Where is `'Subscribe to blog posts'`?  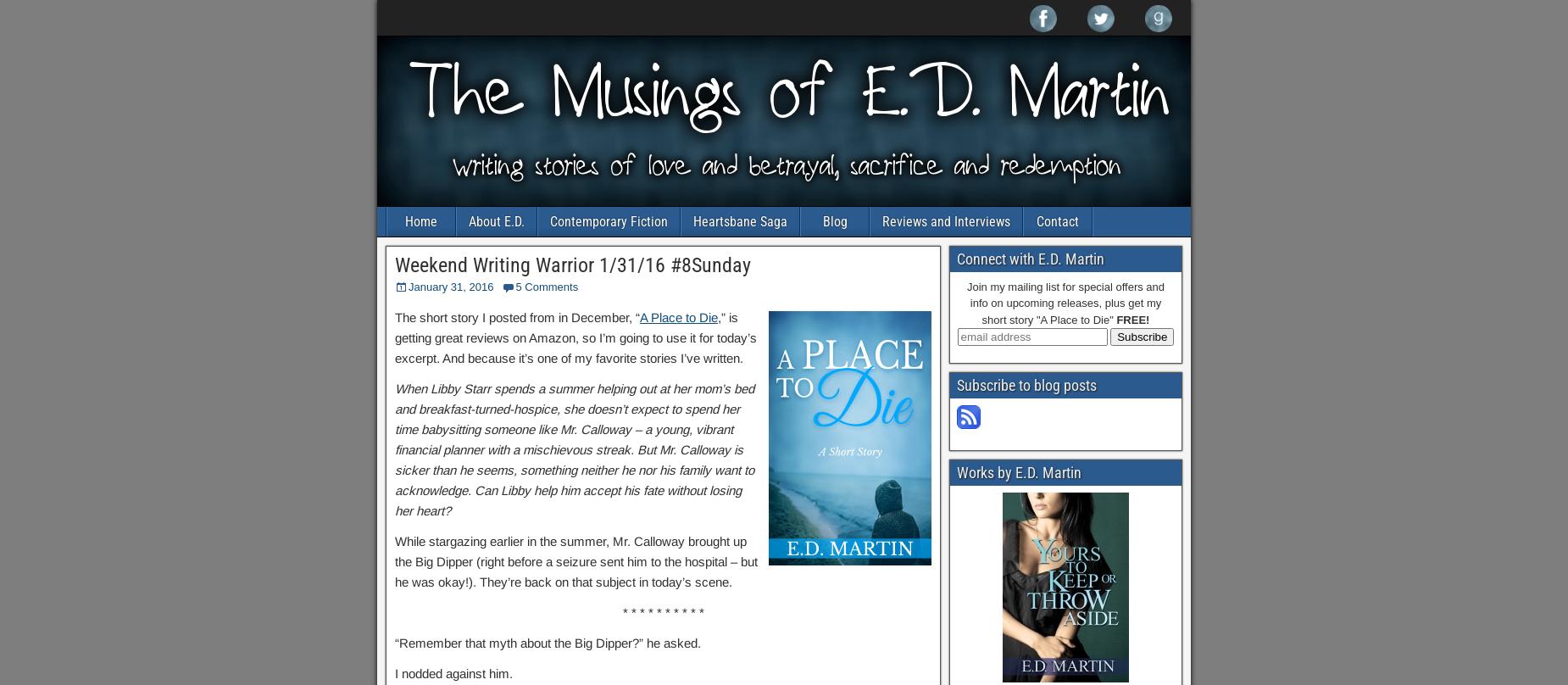 'Subscribe to blog posts' is located at coordinates (956, 385).